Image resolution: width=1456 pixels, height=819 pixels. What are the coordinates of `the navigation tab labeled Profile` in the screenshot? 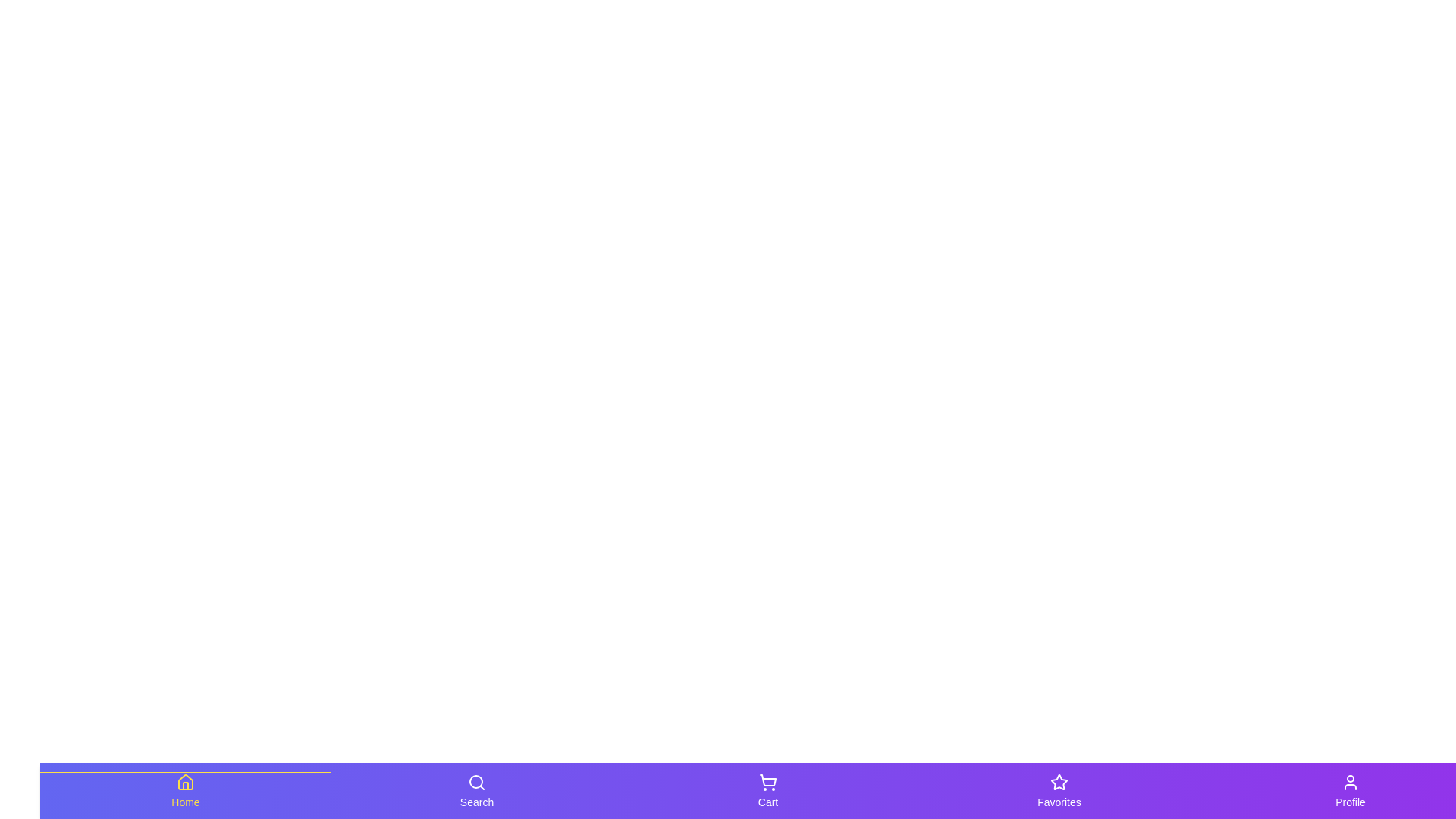 It's located at (1350, 789).